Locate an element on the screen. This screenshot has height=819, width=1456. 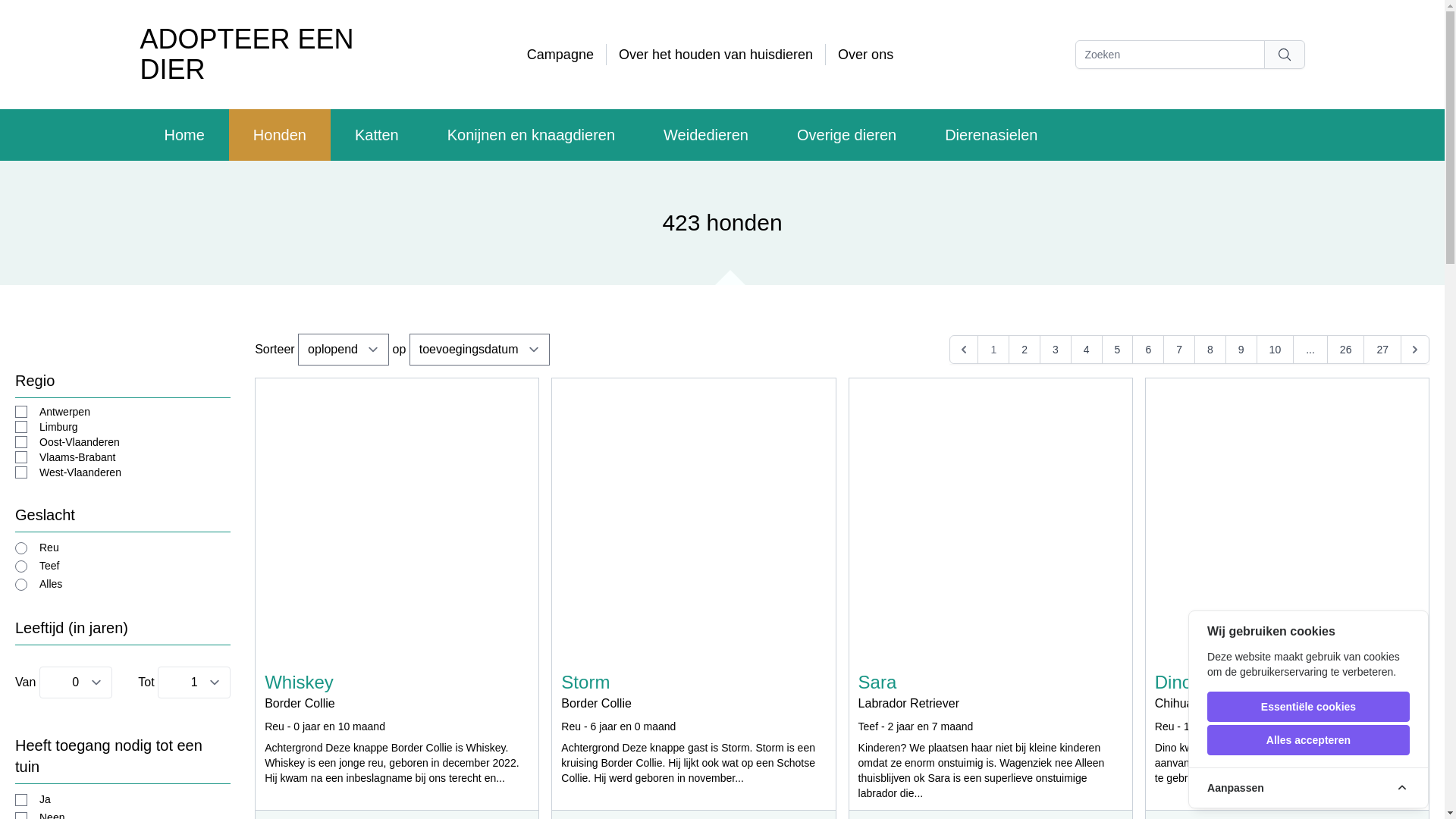
'Konijnen en knaagdieren' is located at coordinates (531, 133).